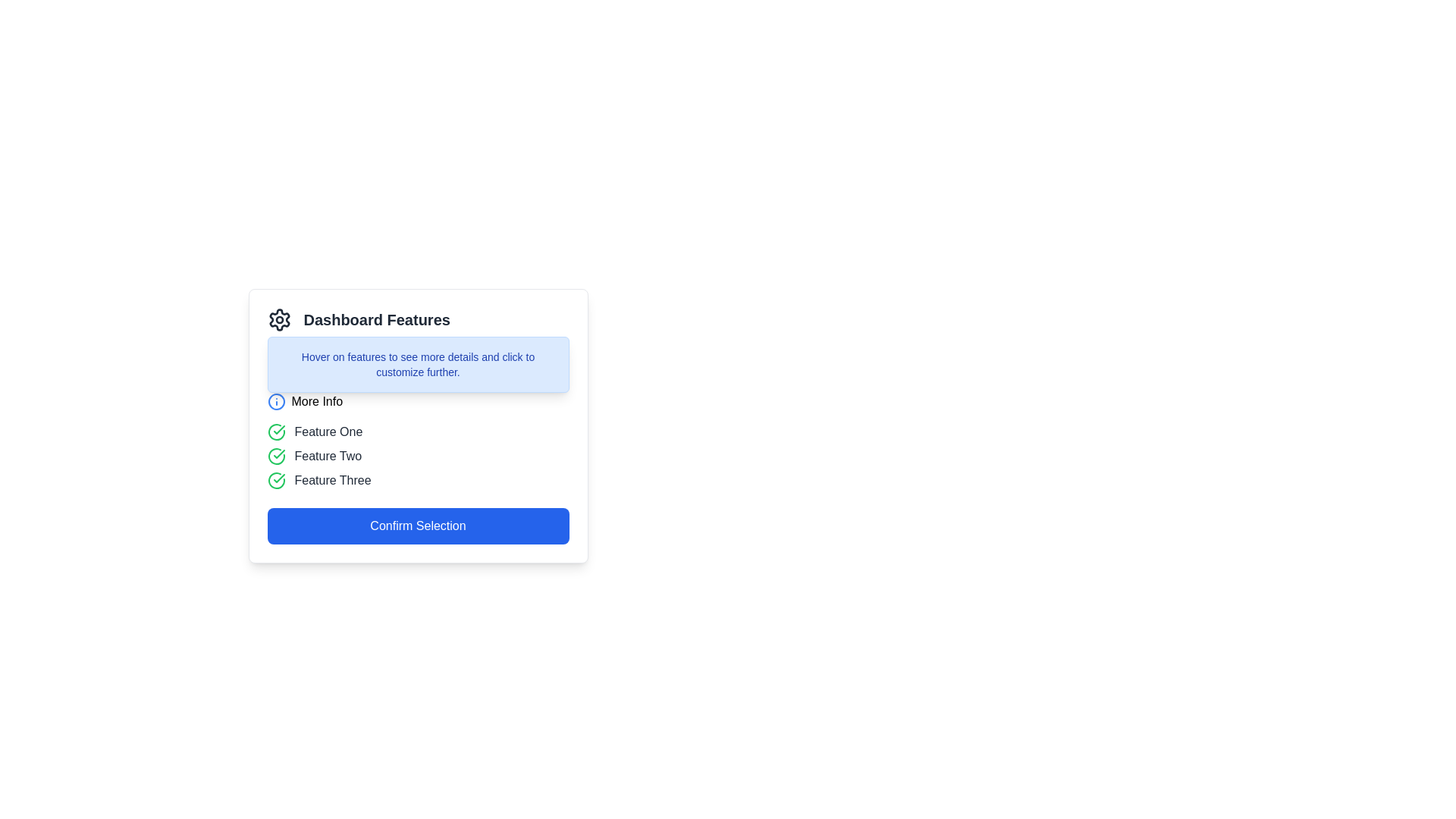 The height and width of the screenshot is (819, 1456). I want to click on the 'More Info' text label and icon combination, which is styled in blue and located in the top region of a prominent card, so click(304, 400).